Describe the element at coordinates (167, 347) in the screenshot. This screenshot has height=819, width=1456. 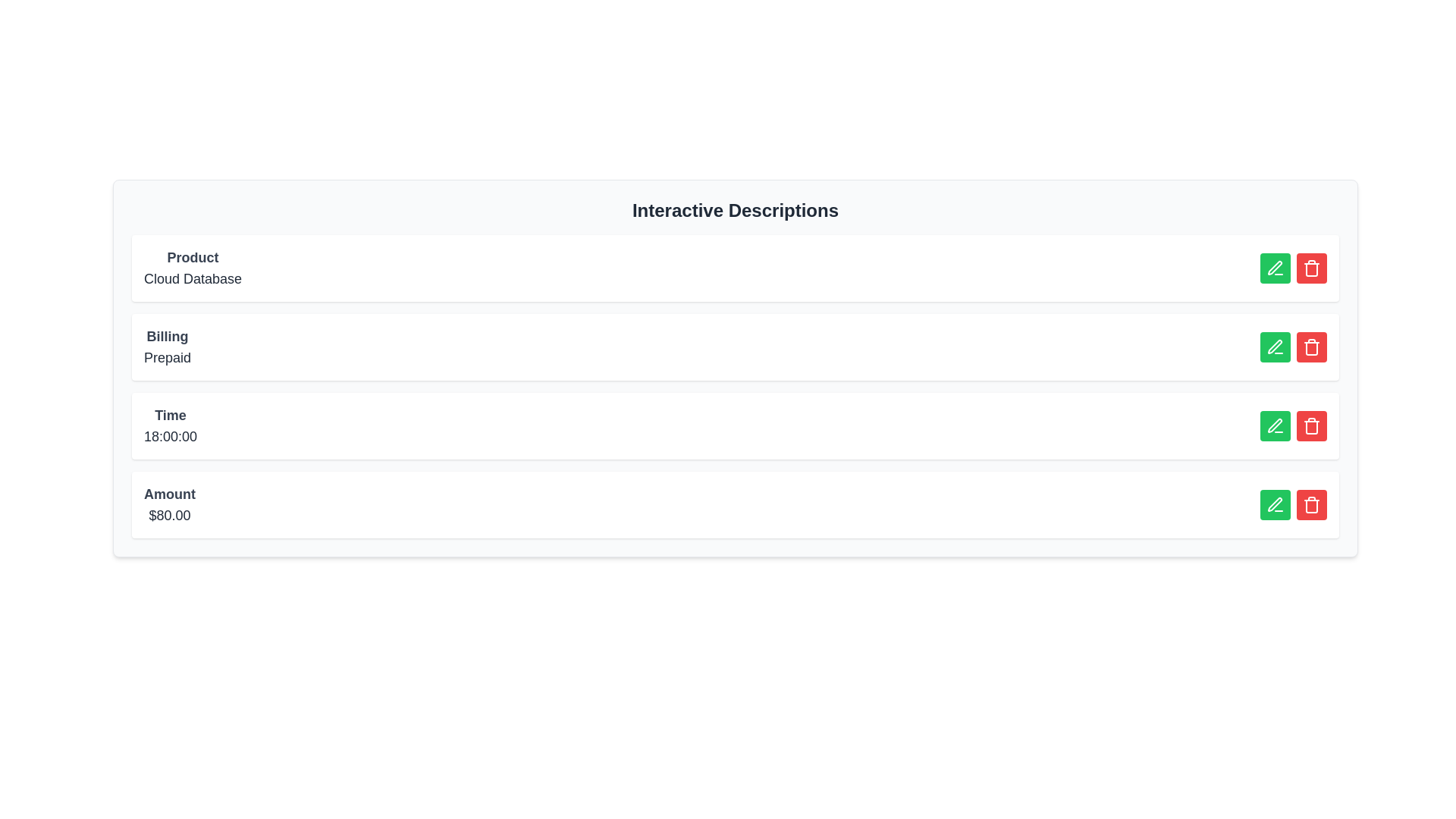
I see `the text label that displays 'Billing' in bold and 'Prepaid' in normal font, located in the second row under 'Product: Cloud Database'` at that location.